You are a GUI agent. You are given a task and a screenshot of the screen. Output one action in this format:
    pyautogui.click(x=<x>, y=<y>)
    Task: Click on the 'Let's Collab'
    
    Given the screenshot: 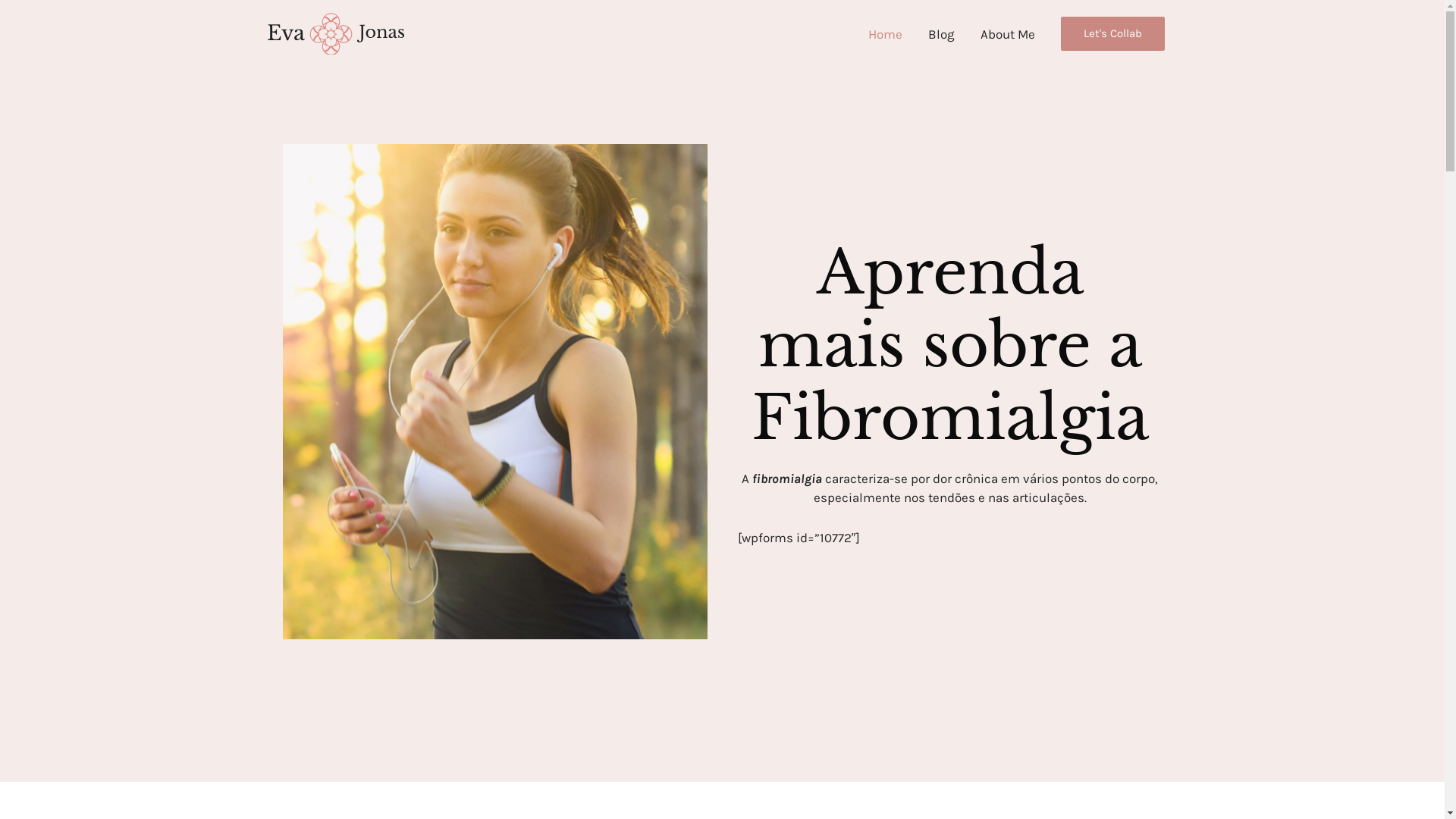 What is the action you would take?
    pyautogui.click(x=1112, y=33)
    